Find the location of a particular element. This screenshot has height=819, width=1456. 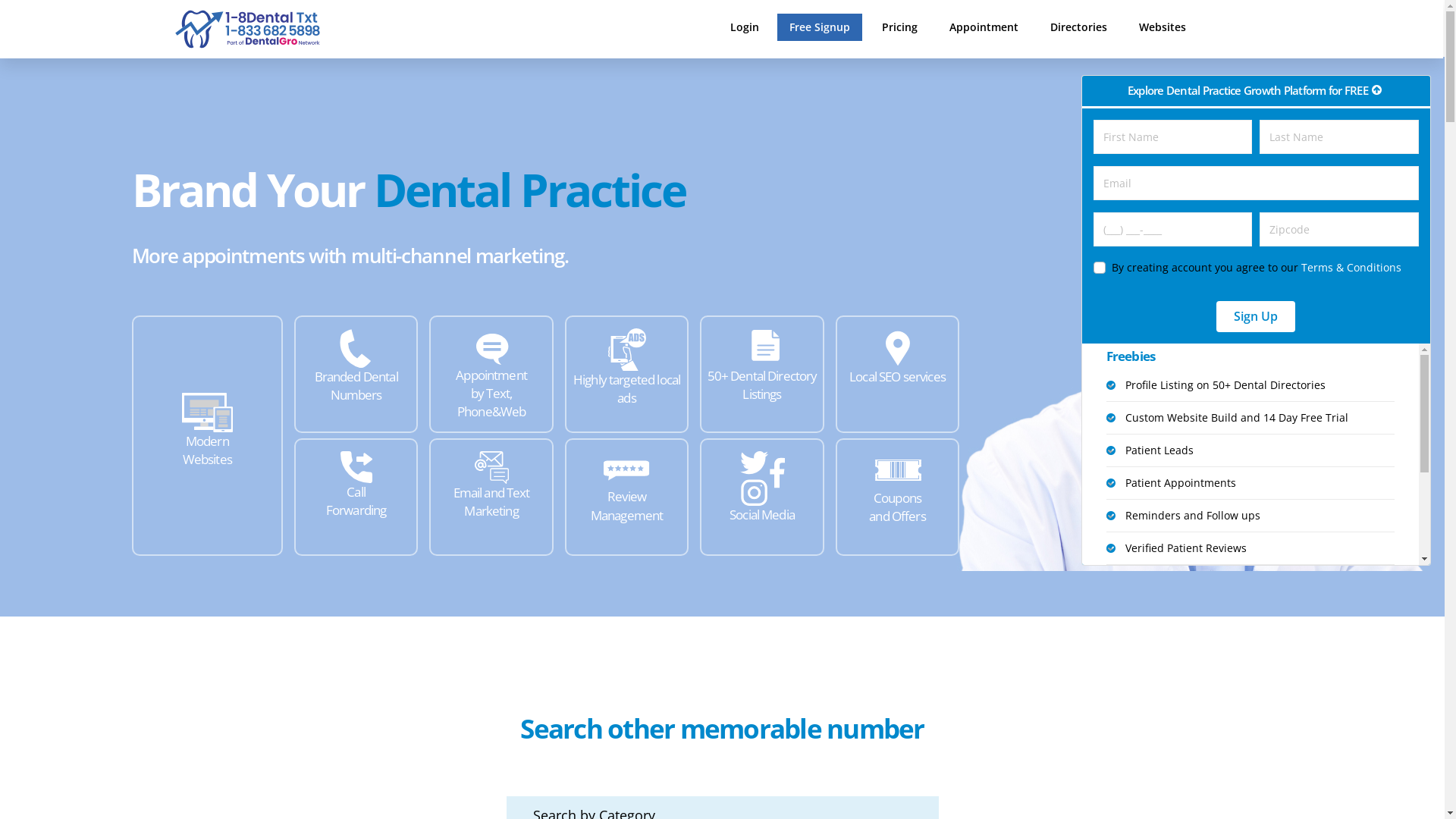

'Review Management' is located at coordinates (626, 497).